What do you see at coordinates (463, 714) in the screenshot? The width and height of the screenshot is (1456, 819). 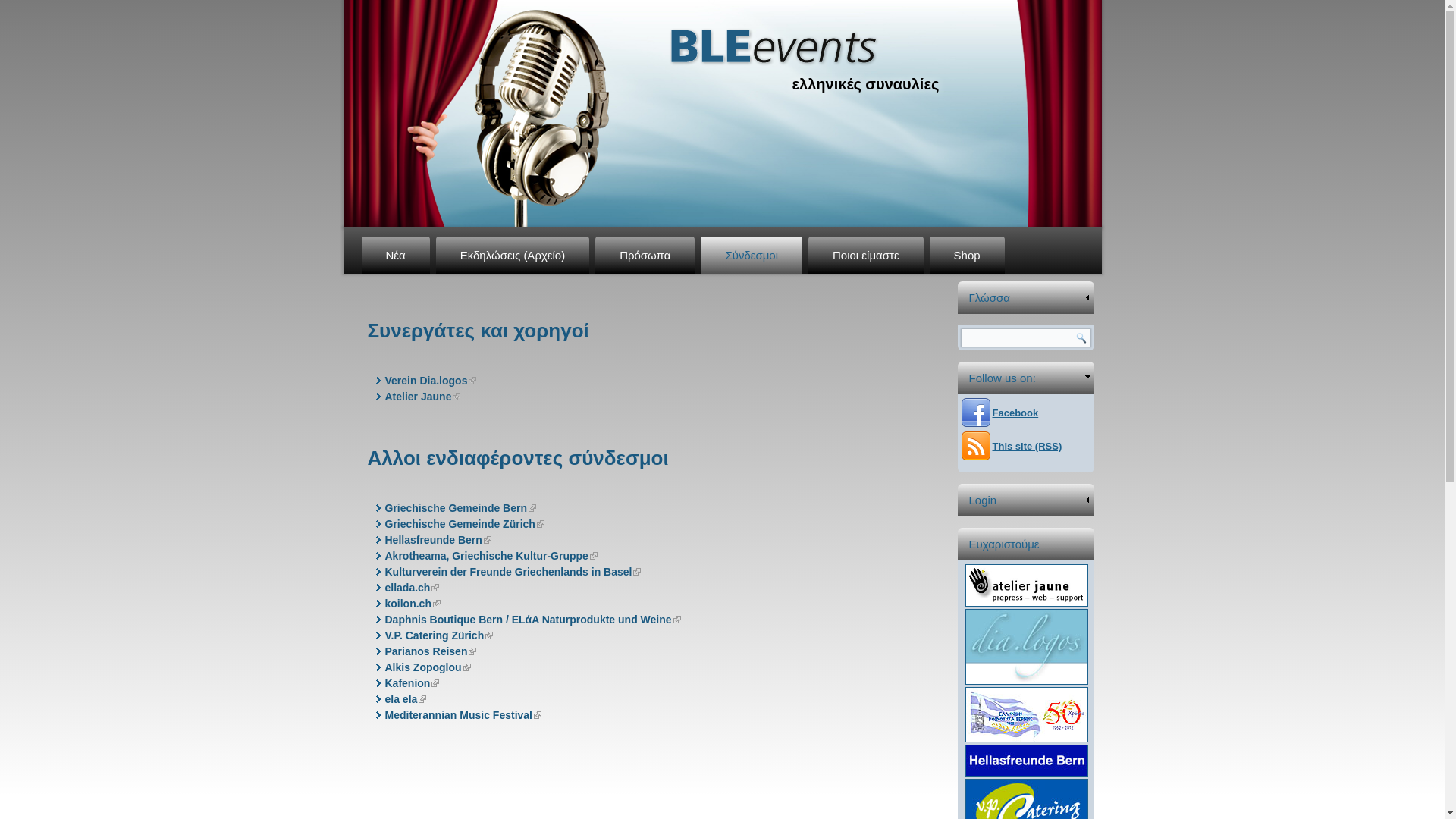 I see `'Mediterannian Music Festival` at bounding box center [463, 714].